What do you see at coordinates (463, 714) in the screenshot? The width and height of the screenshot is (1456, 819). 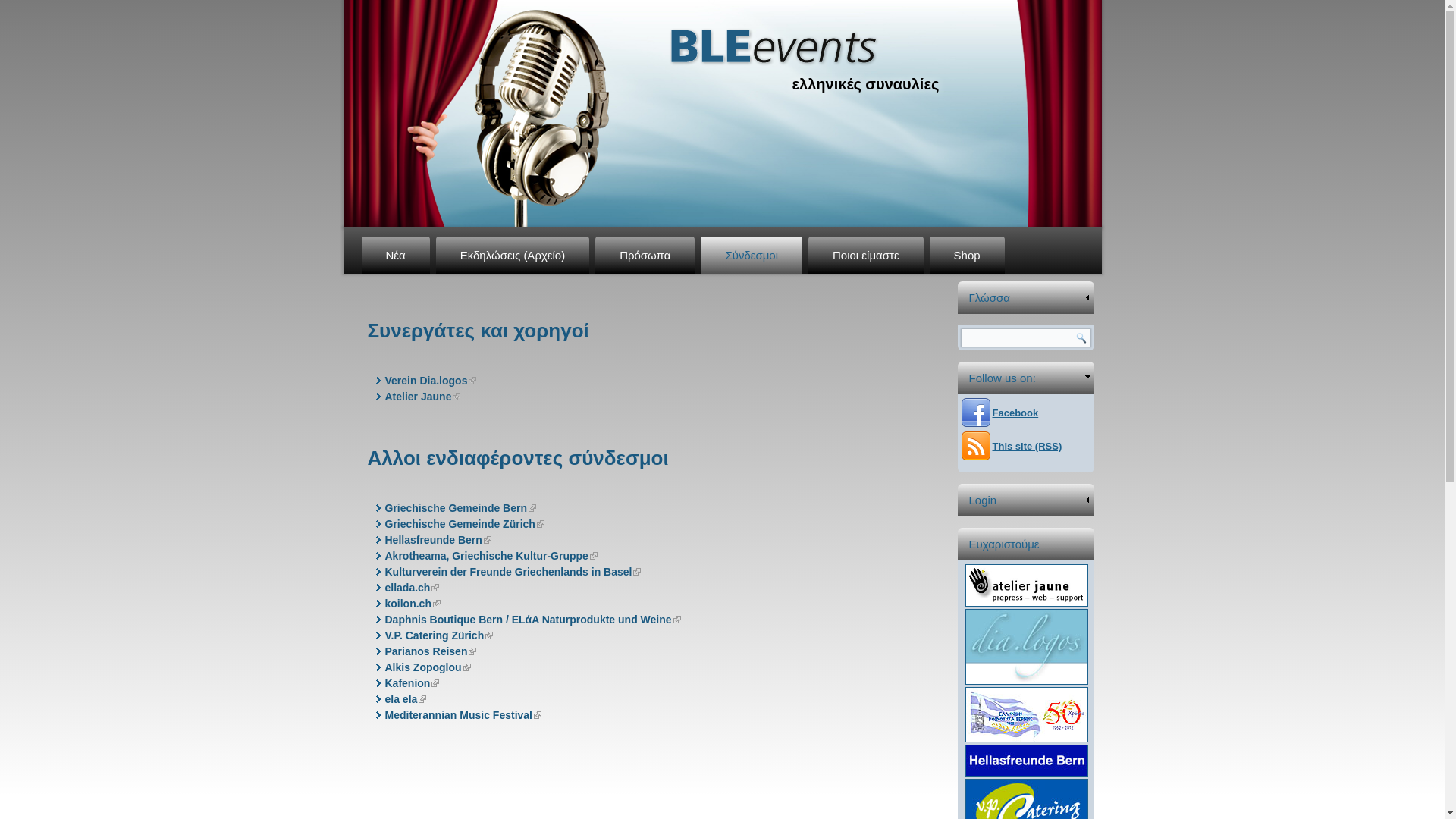 I see `'Mediterannian Music Festival` at bounding box center [463, 714].